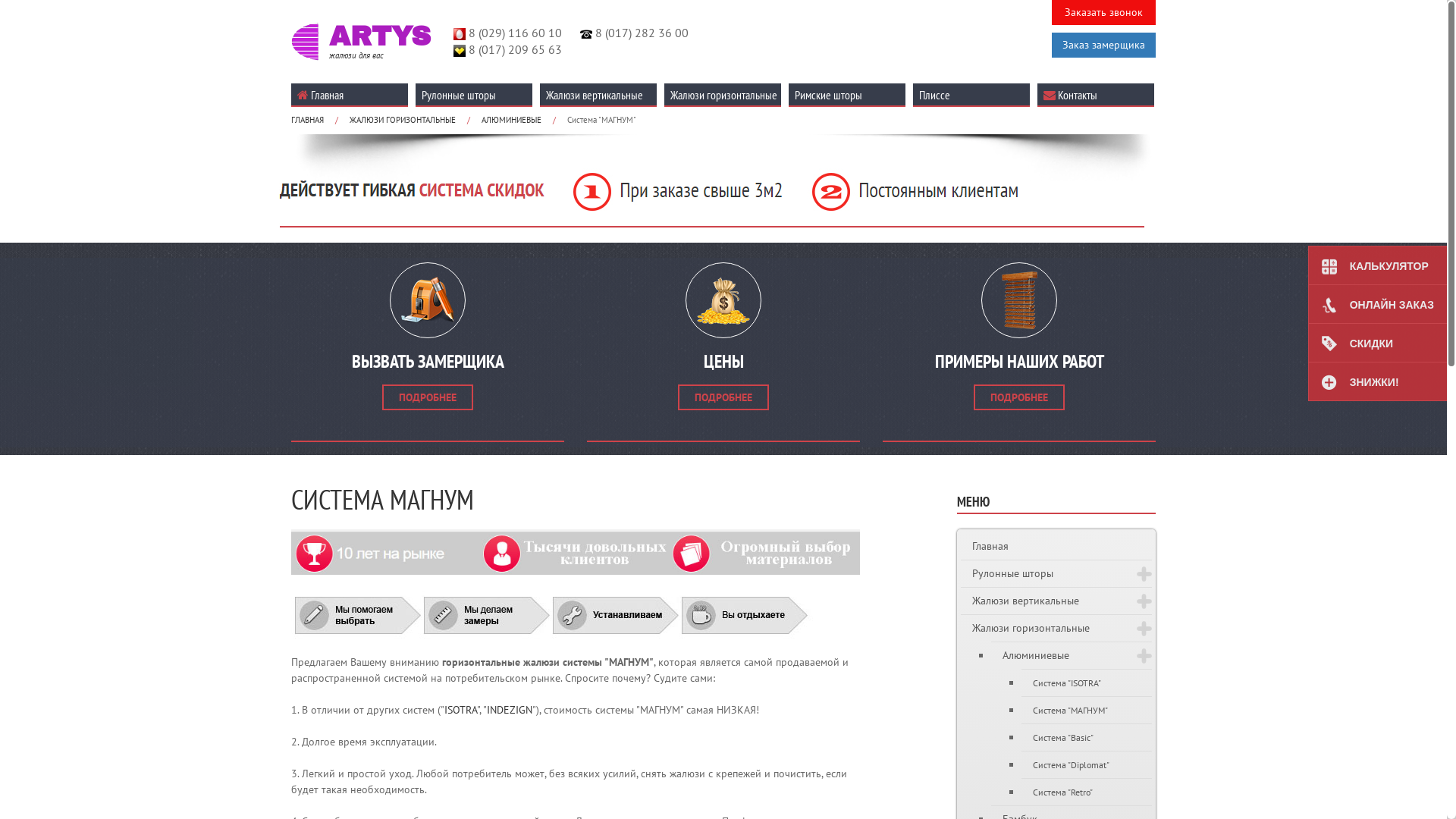  I want to click on 'INDEZIGN', so click(487, 710).